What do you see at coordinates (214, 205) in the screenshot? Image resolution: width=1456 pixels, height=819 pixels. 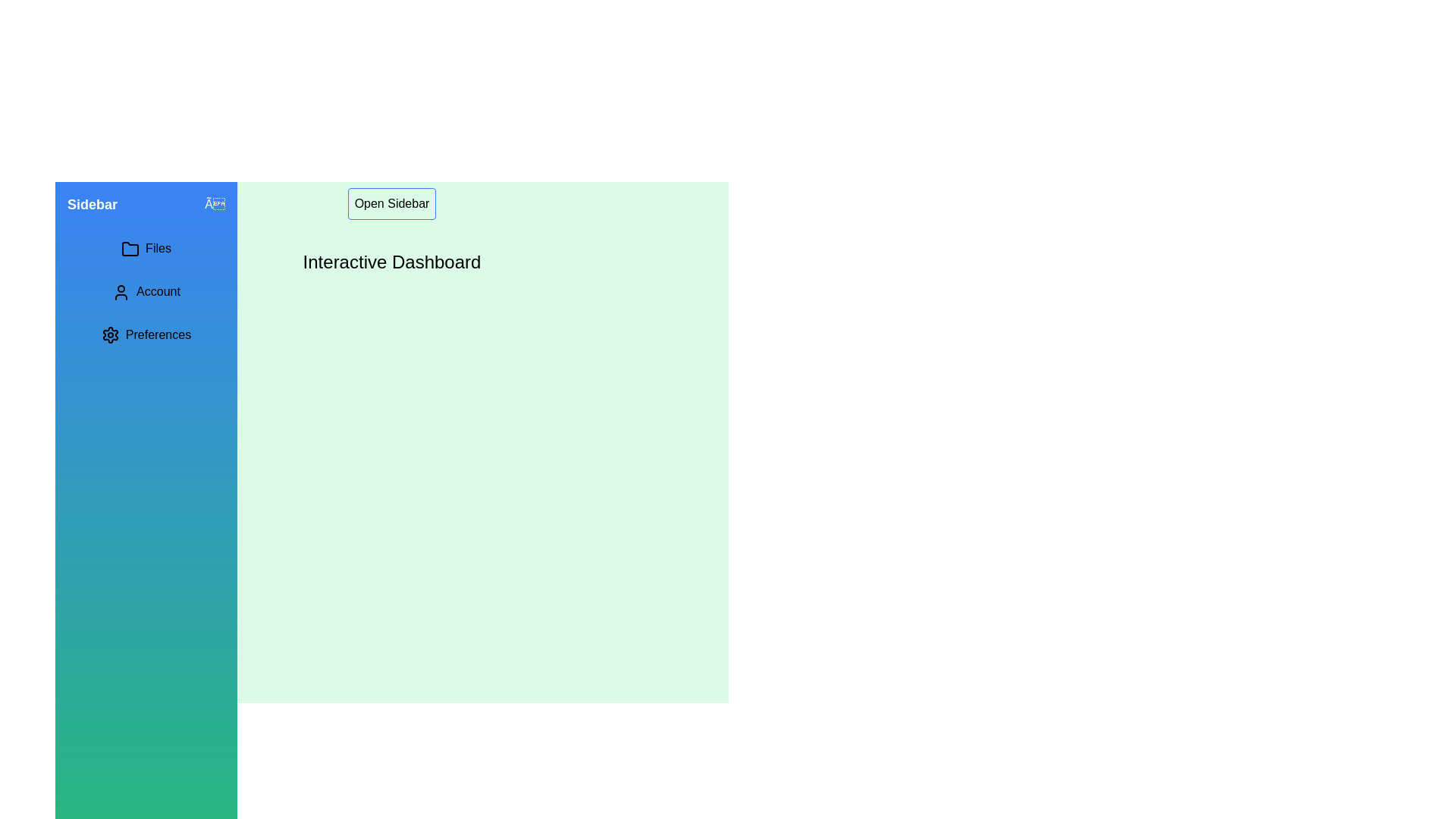 I see `the interactive element close_button in the sidebar` at bounding box center [214, 205].